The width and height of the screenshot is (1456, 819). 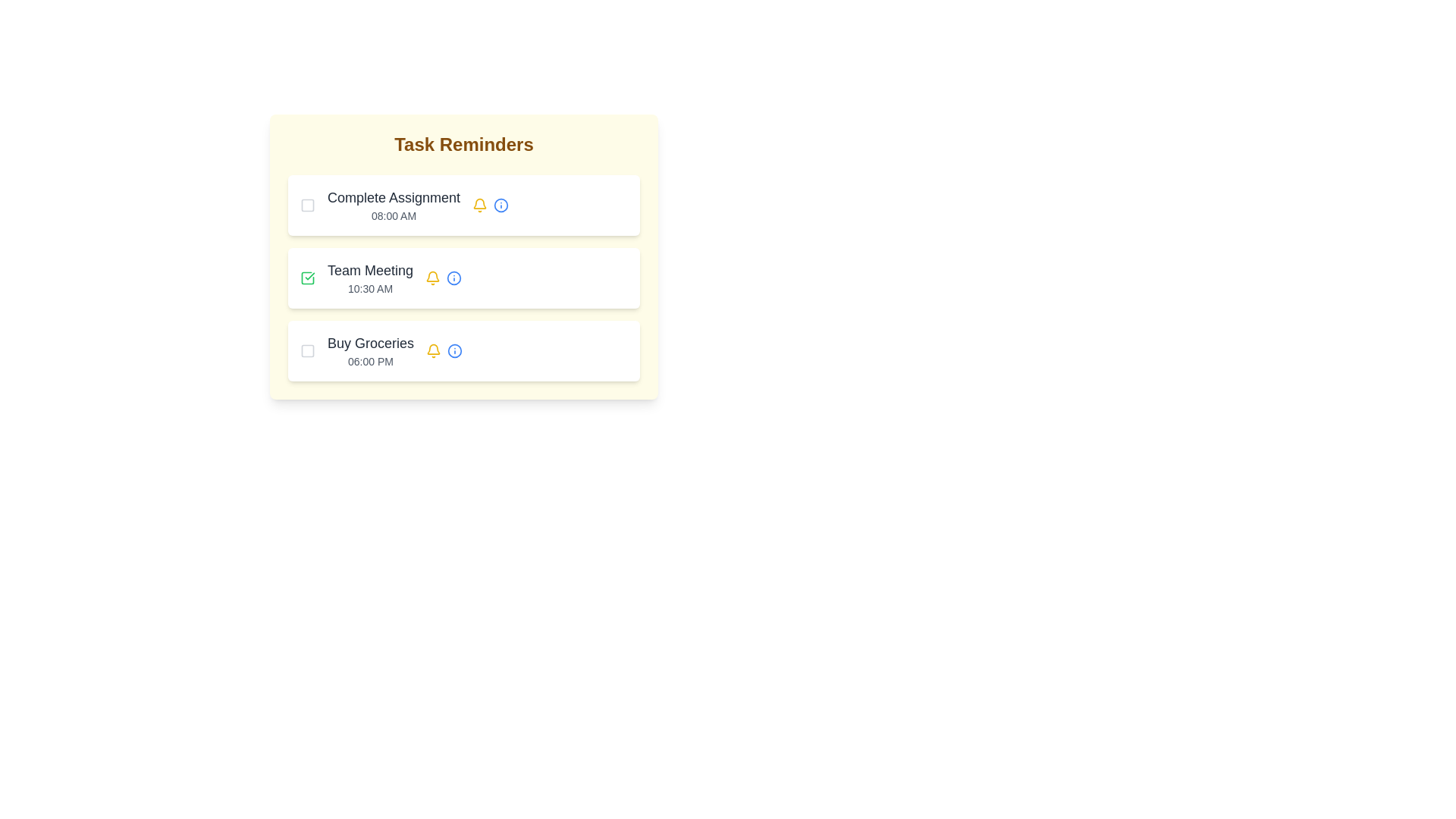 I want to click on contents of the Text label indicating the task name and its associated time, which is part of the first entry in the vertical list of task reminders under 'Task Reminders', so click(x=394, y=205).